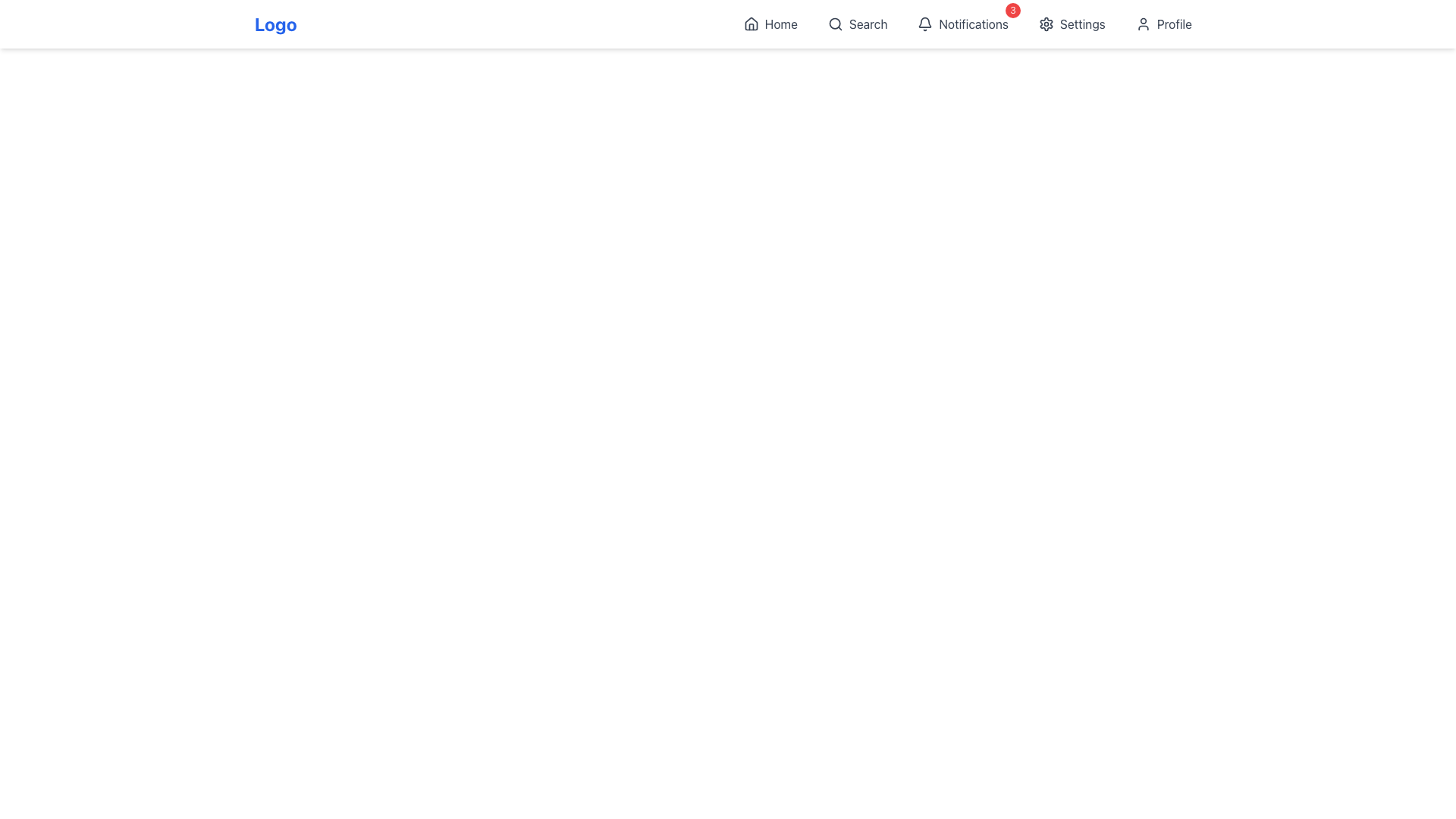 Image resolution: width=1456 pixels, height=819 pixels. Describe the element at coordinates (751, 24) in the screenshot. I see `the Home icon in the navigation bar, which is a stylized house structure with a triangular roof and arched entrance` at that location.